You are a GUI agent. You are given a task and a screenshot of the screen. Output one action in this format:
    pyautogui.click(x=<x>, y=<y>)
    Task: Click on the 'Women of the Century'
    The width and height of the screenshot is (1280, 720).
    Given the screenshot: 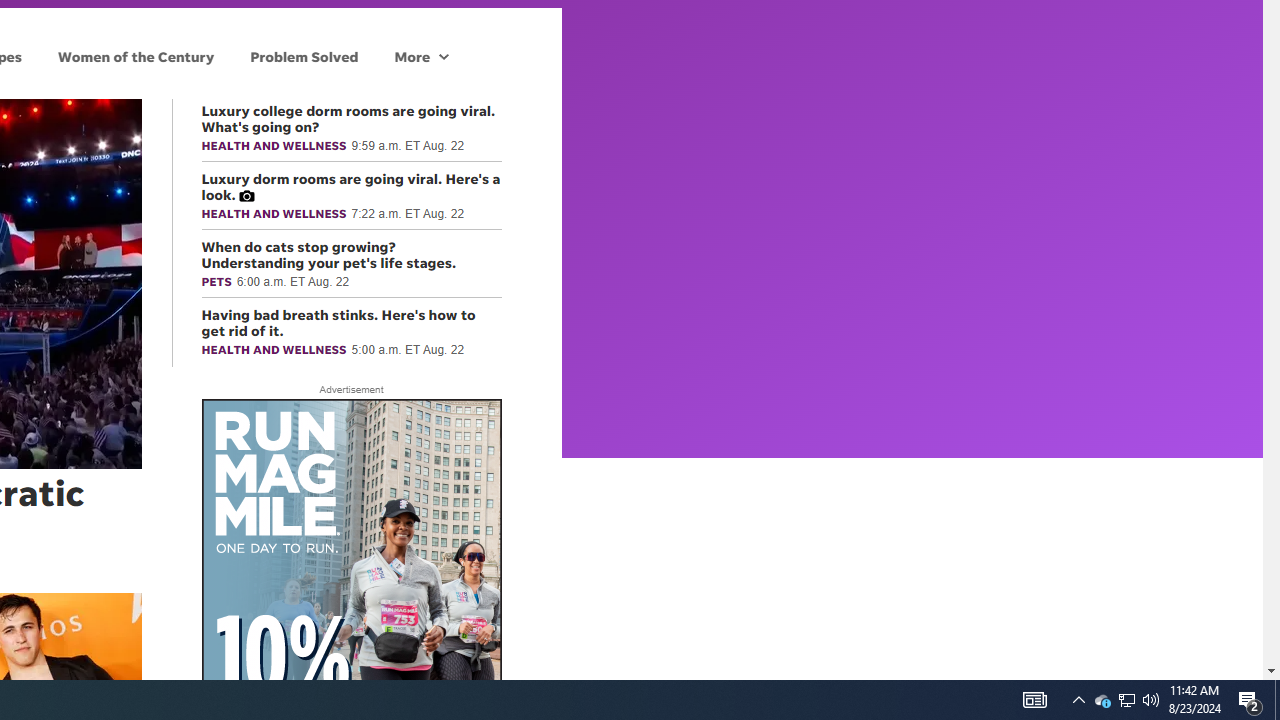 What is the action you would take?
    pyautogui.click(x=135, y=55)
    